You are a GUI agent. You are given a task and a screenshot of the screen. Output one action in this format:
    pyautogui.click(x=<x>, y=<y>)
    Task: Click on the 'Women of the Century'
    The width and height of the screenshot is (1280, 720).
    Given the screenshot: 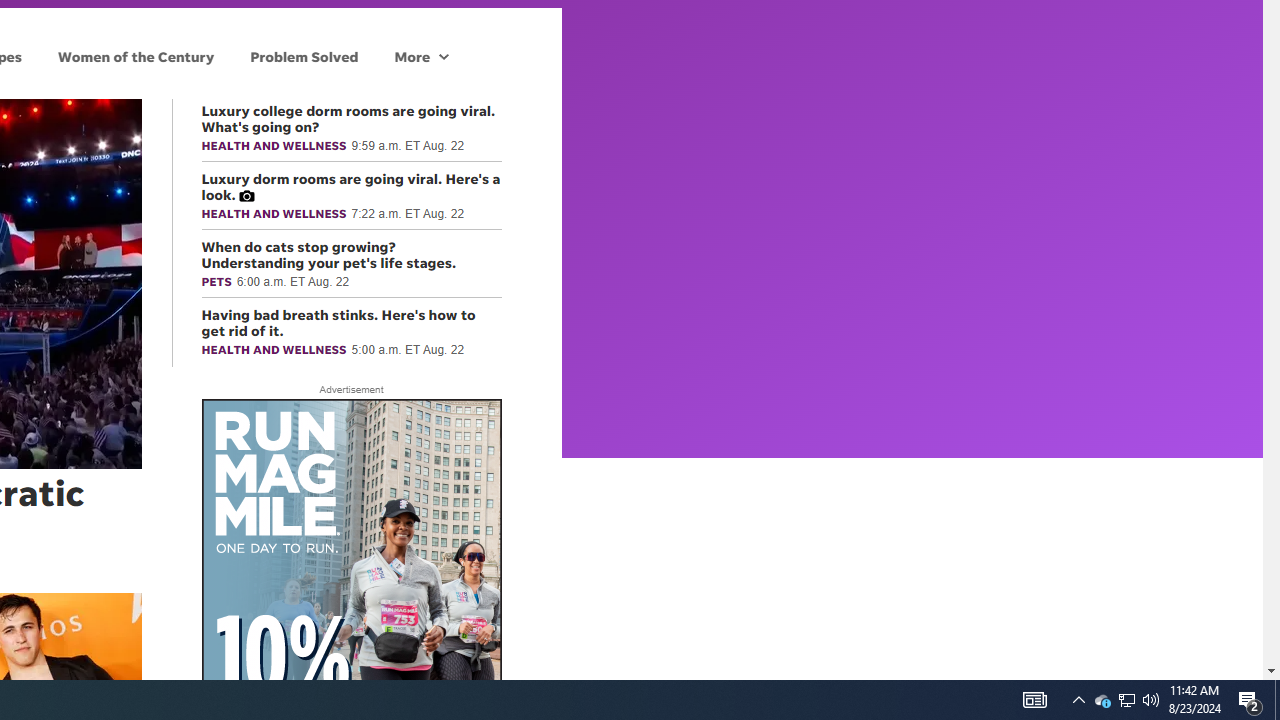 What is the action you would take?
    pyautogui.click(x=135, y=55)
    